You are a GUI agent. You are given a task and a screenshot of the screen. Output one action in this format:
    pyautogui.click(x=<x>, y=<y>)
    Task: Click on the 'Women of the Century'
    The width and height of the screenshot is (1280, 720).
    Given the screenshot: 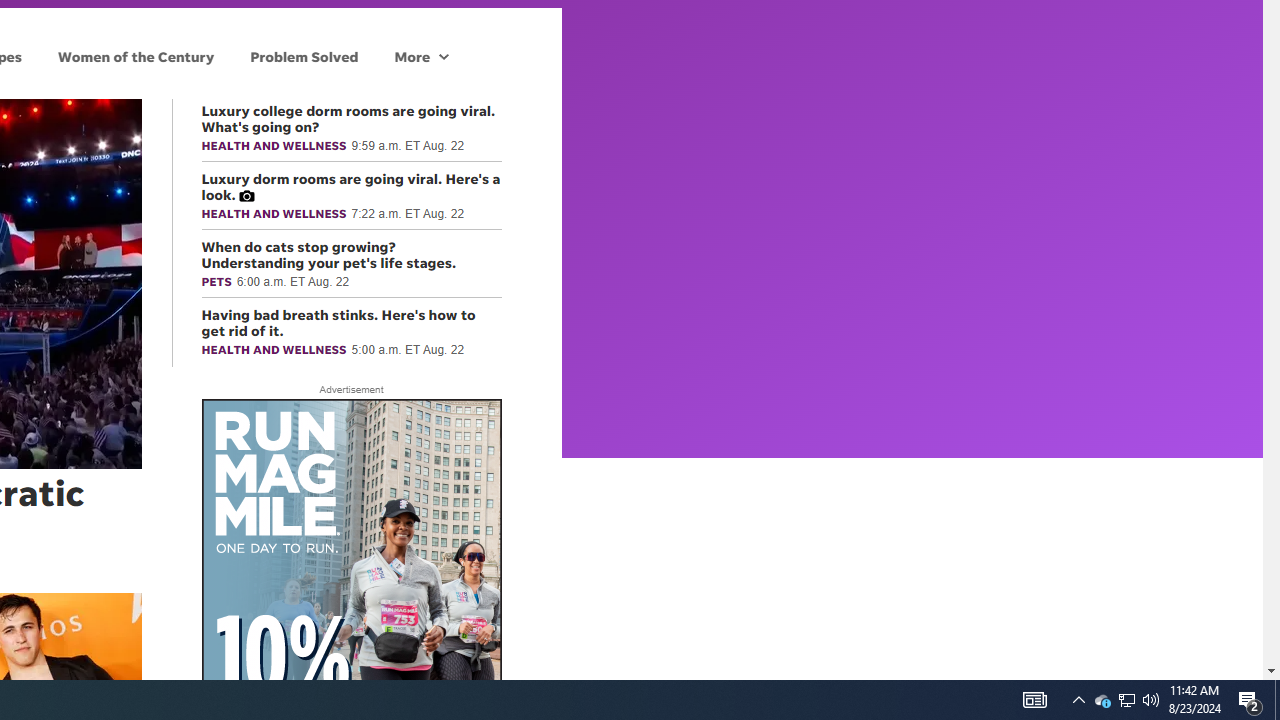 What is the action you would take?
    pyautogui.click(x=135, y=55)
    